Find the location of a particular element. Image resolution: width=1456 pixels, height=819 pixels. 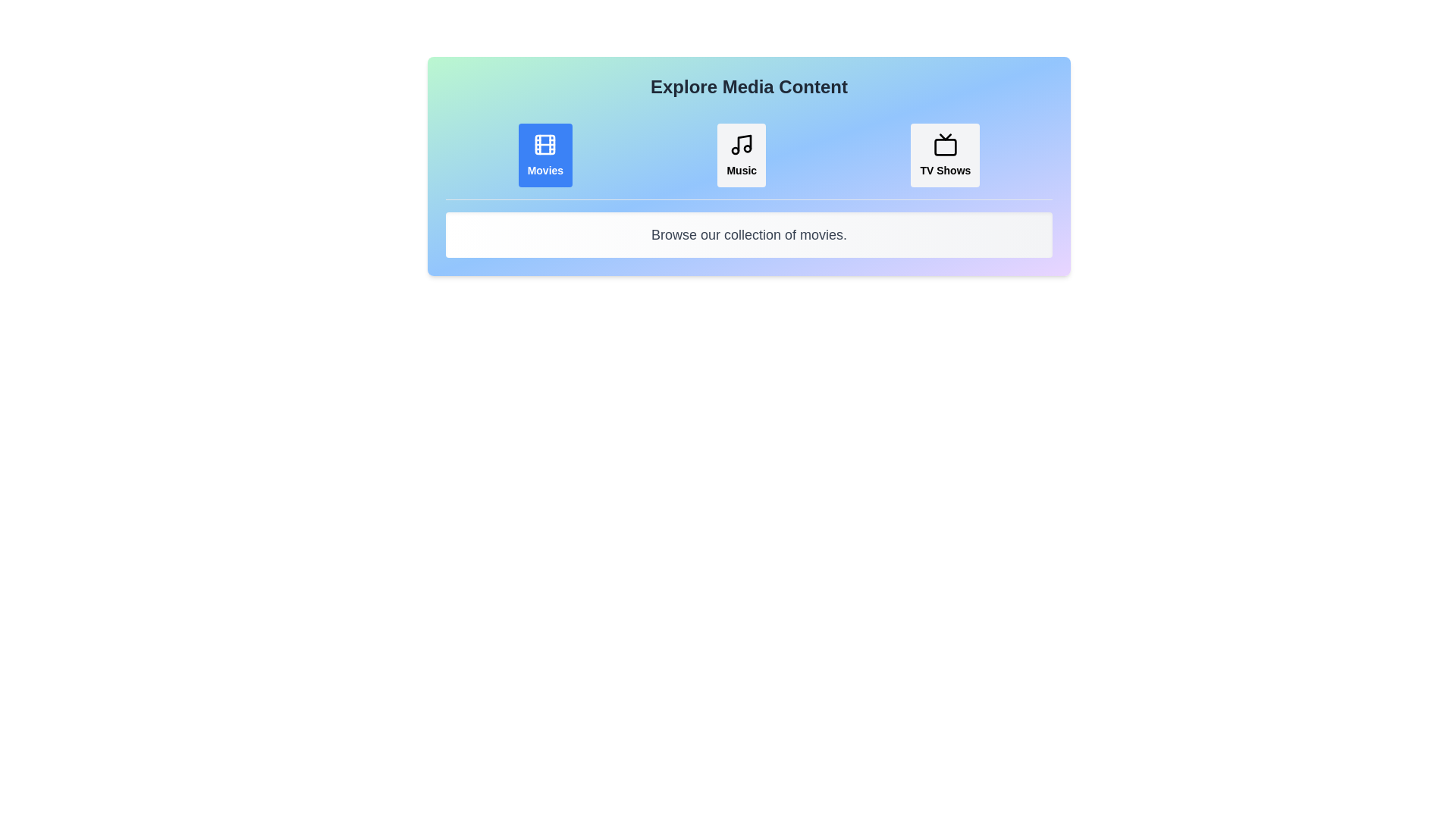

the decorative icon representing TV shows, positioned at the rightmost side of the 'TV Shows' card, centered vertically above the text label is located at coordinates (944, 145).